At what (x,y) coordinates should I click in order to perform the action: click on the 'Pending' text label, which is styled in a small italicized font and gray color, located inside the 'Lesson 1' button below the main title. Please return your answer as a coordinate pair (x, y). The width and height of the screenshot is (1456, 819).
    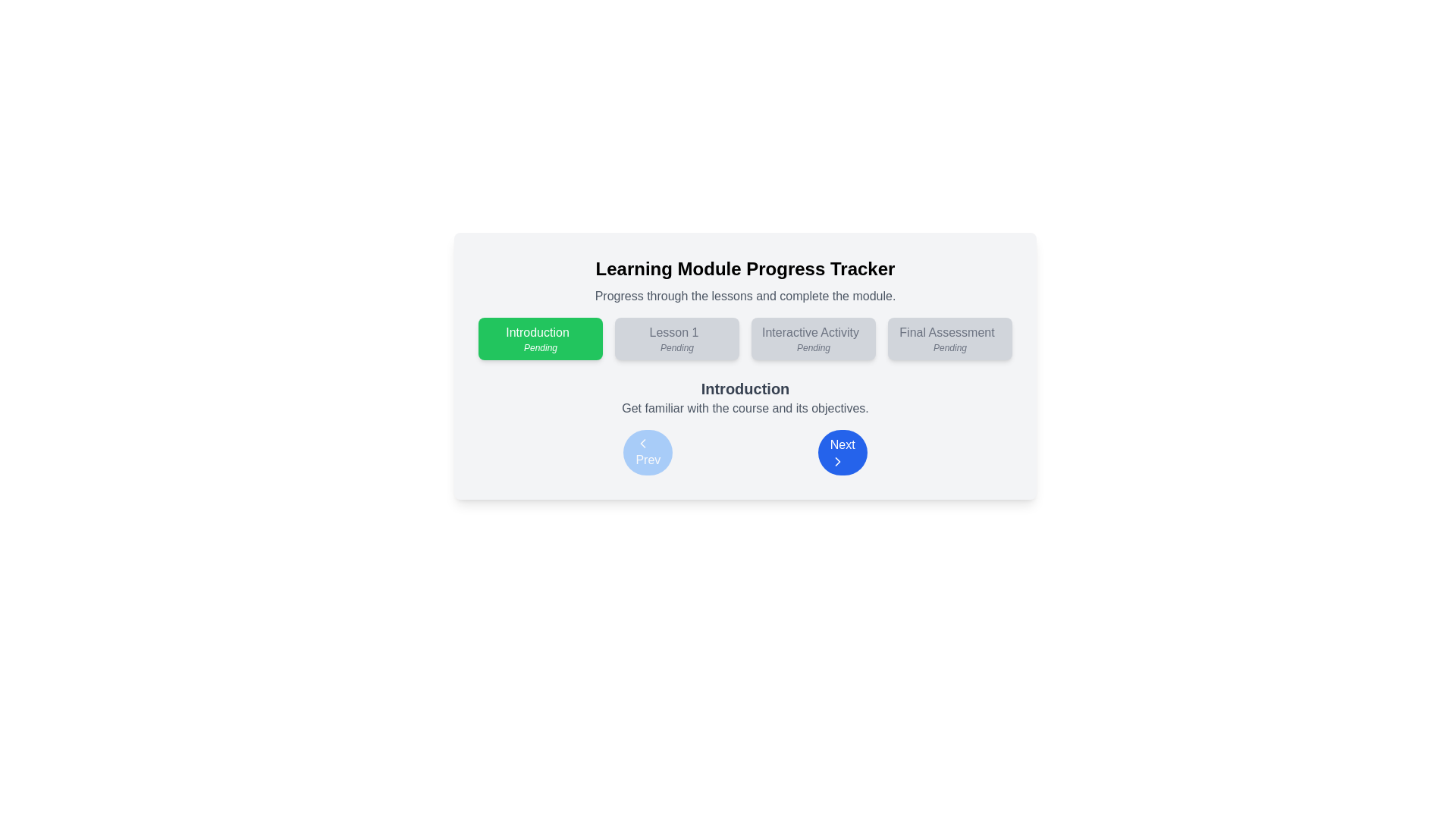
    Looking at the image, I should click on (676, 348).